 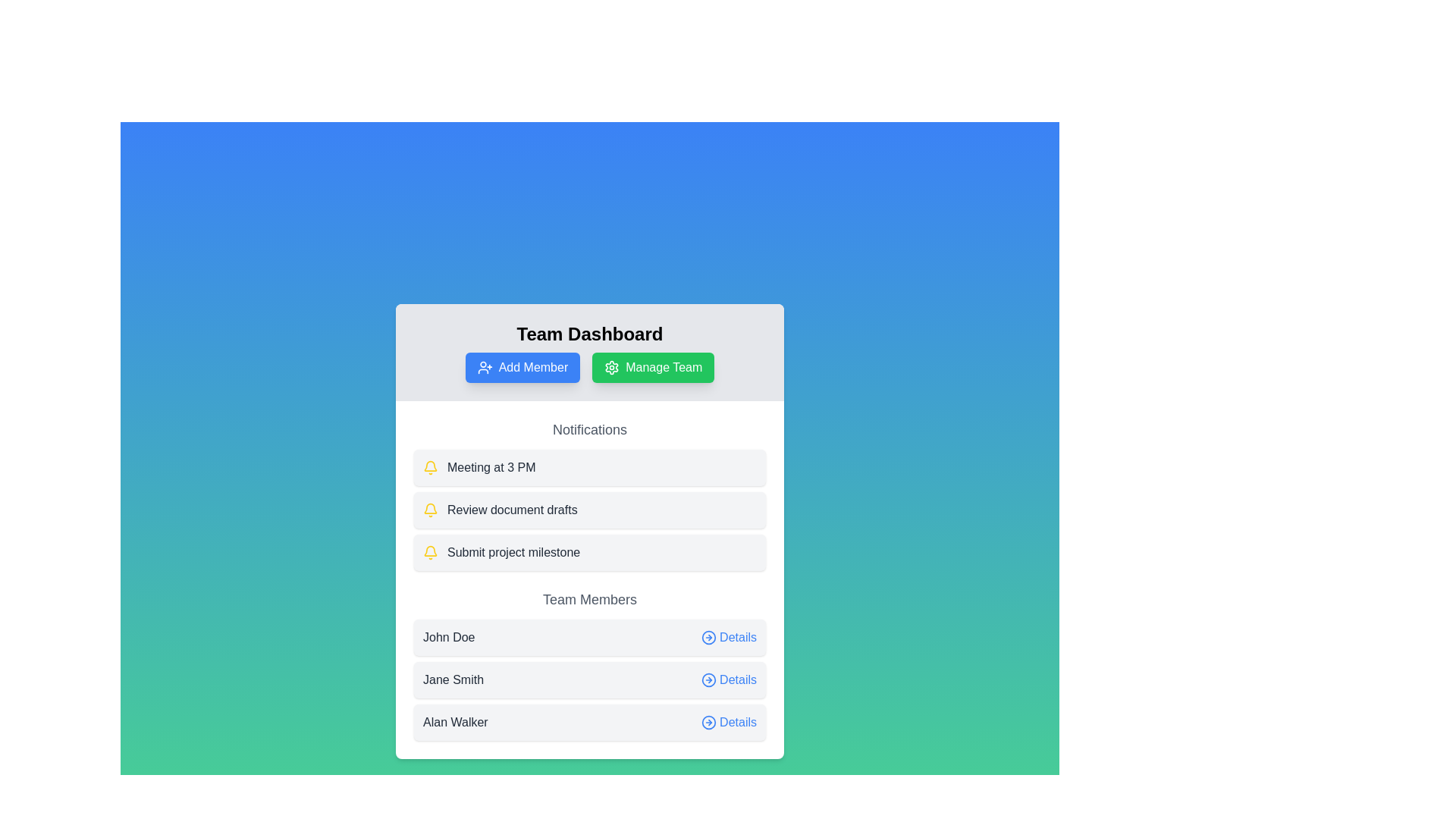 What do you see at coordinates (588, 598) in the screenshot?
I see `the section header label that separates the notifications list from the team members' details cards` at bounding box center [588, 598].